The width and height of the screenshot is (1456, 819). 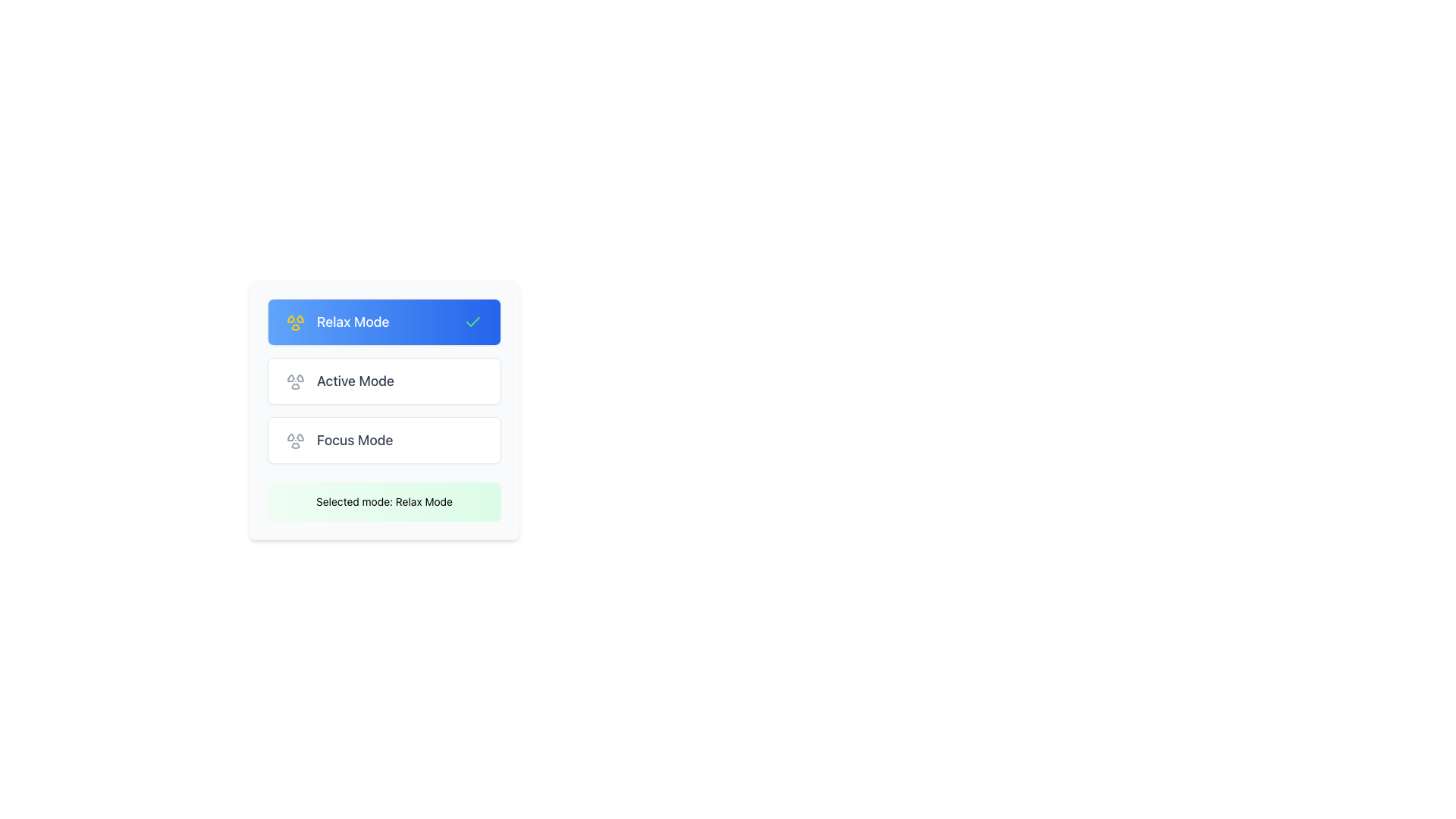 I want to click on the checkmark icon located at the center of the SVG icon in the top left corner of the blue background section labeled 'Relax Mode', so click(x=472, y=321).